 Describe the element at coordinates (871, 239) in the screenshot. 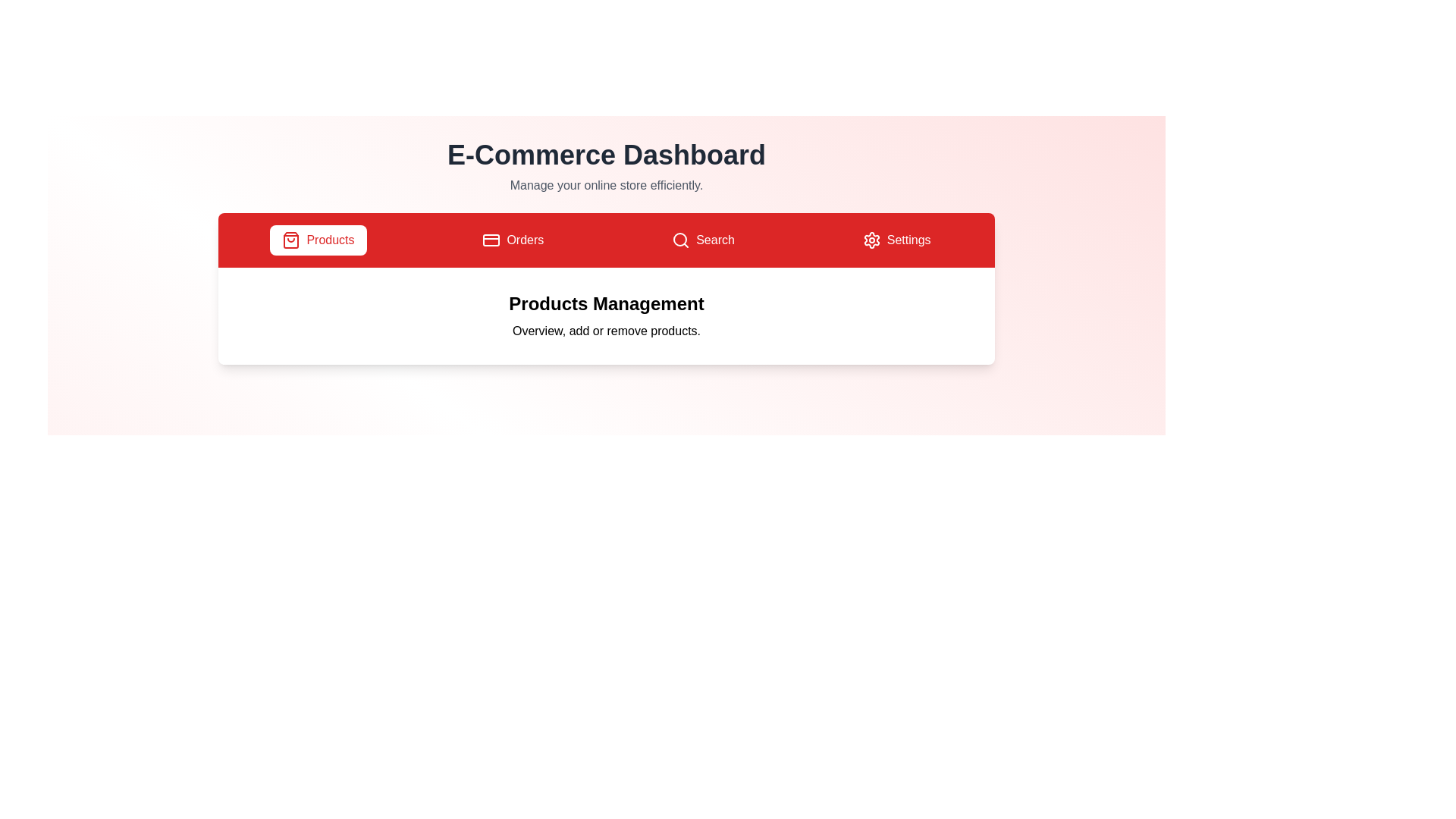

I see `the gear-shaped SVG icon within the navigation bar, the fourth item on the right` at that location.